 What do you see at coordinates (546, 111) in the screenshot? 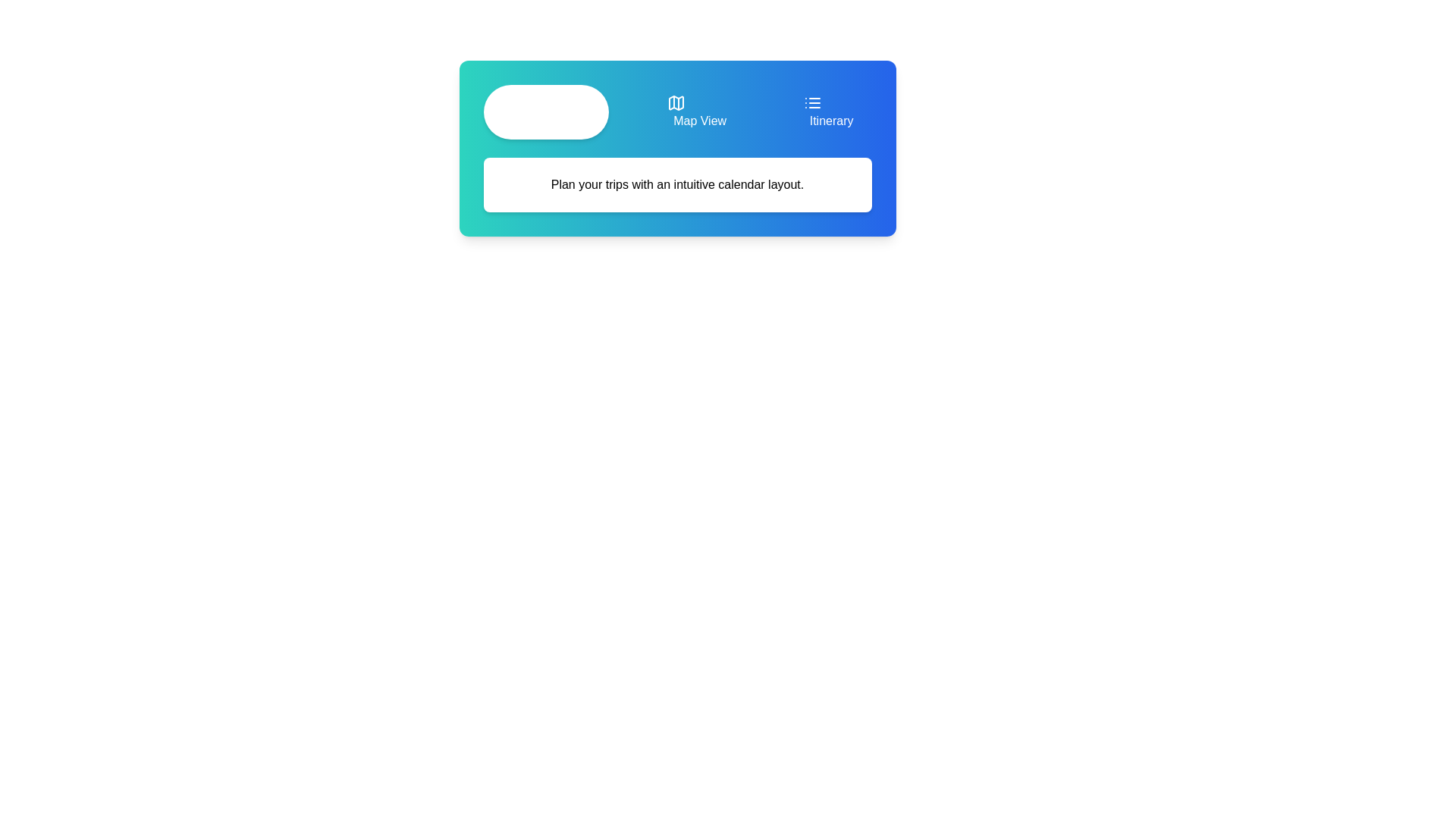
I see `the Calendar View tab by clicking on its button` at bounding box center [546, 111].